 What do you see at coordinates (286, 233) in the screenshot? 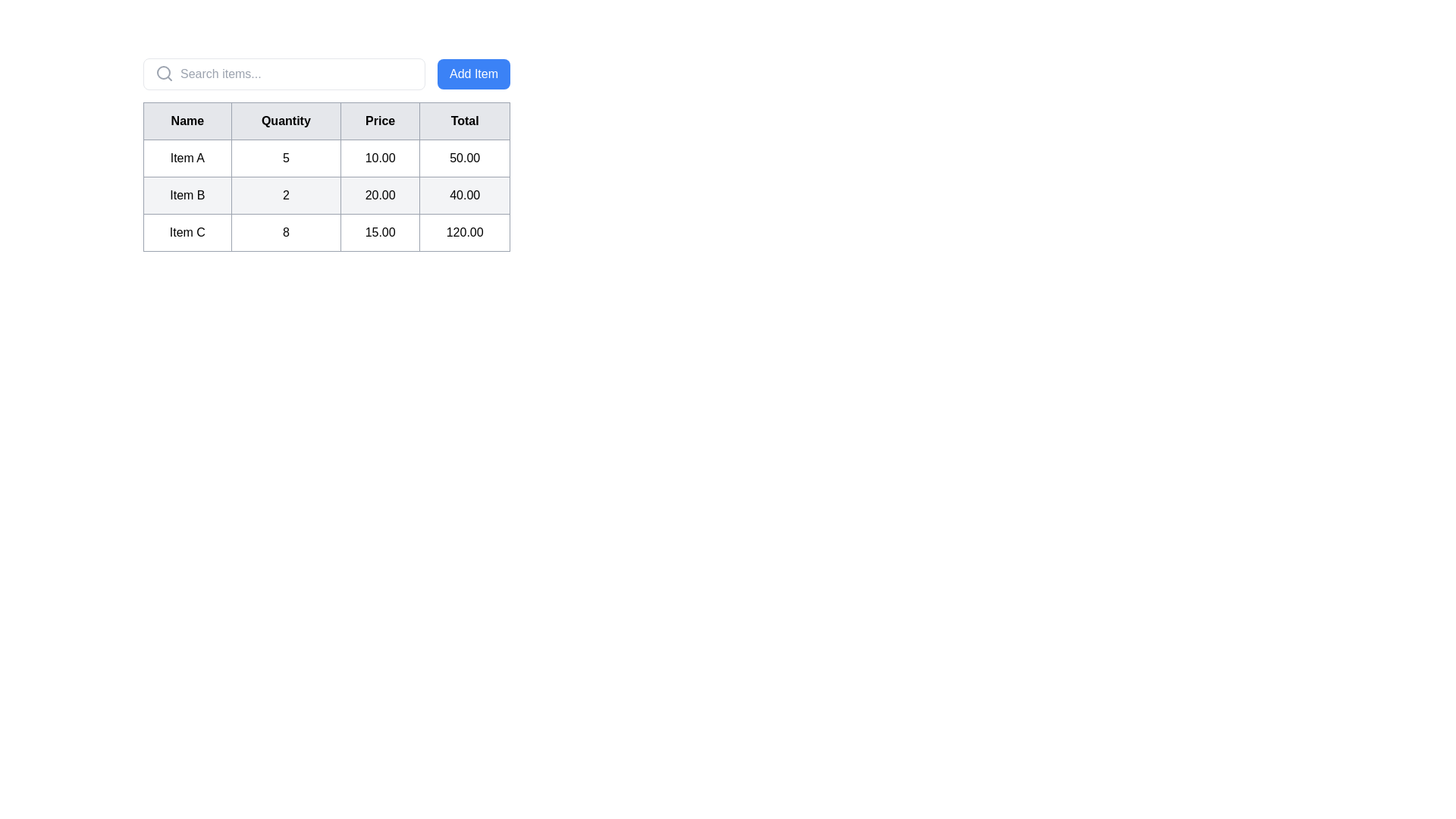
I see `the table cell displaying the numeric value '8' in the third row under the 'Quantity' column, which is bordered and centered, located between 'Item C' and '15.00'` at bounding box center [286, 233].